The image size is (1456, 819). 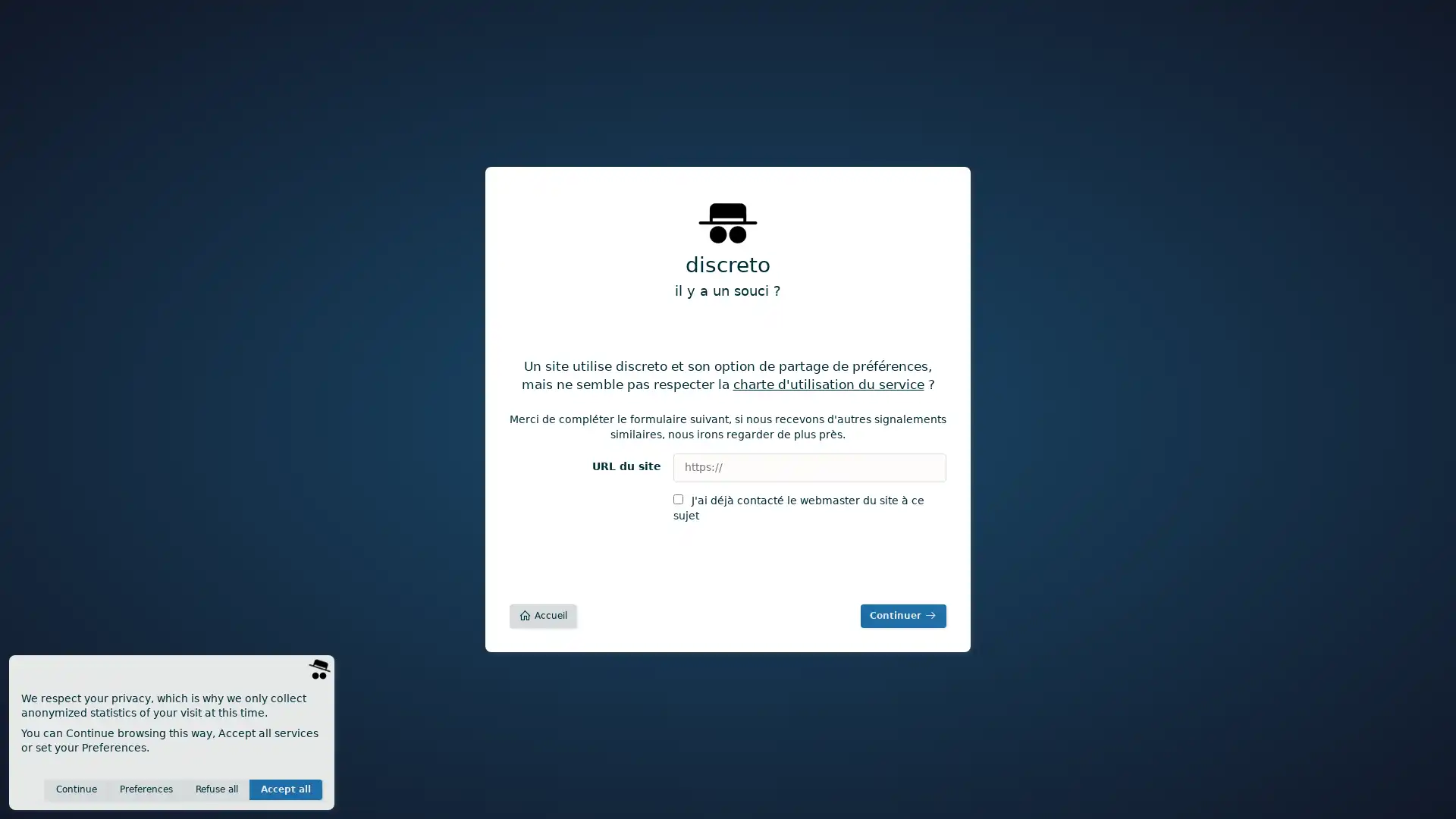 What do you see at coordinates (286, 789) in the screenshot?
I see `Accept all` at bounding box center [286, 789].